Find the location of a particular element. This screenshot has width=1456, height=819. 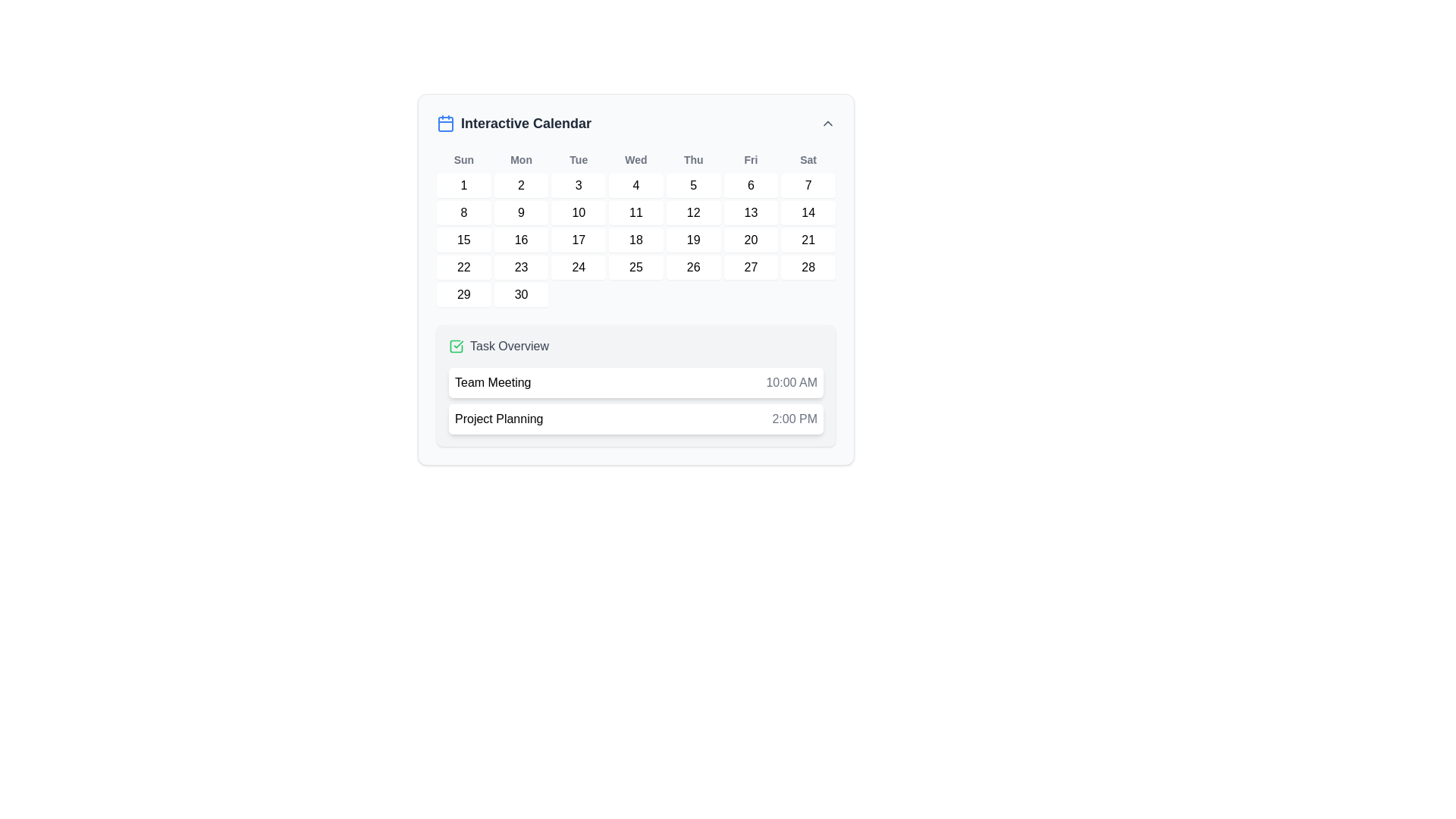

the static text element displaying the abbreviation 'Tue', which is styled in bold gray and positioned between 'Mon' and 'Wed' in a row of day abbreviations is located at coordinates (578, 160).